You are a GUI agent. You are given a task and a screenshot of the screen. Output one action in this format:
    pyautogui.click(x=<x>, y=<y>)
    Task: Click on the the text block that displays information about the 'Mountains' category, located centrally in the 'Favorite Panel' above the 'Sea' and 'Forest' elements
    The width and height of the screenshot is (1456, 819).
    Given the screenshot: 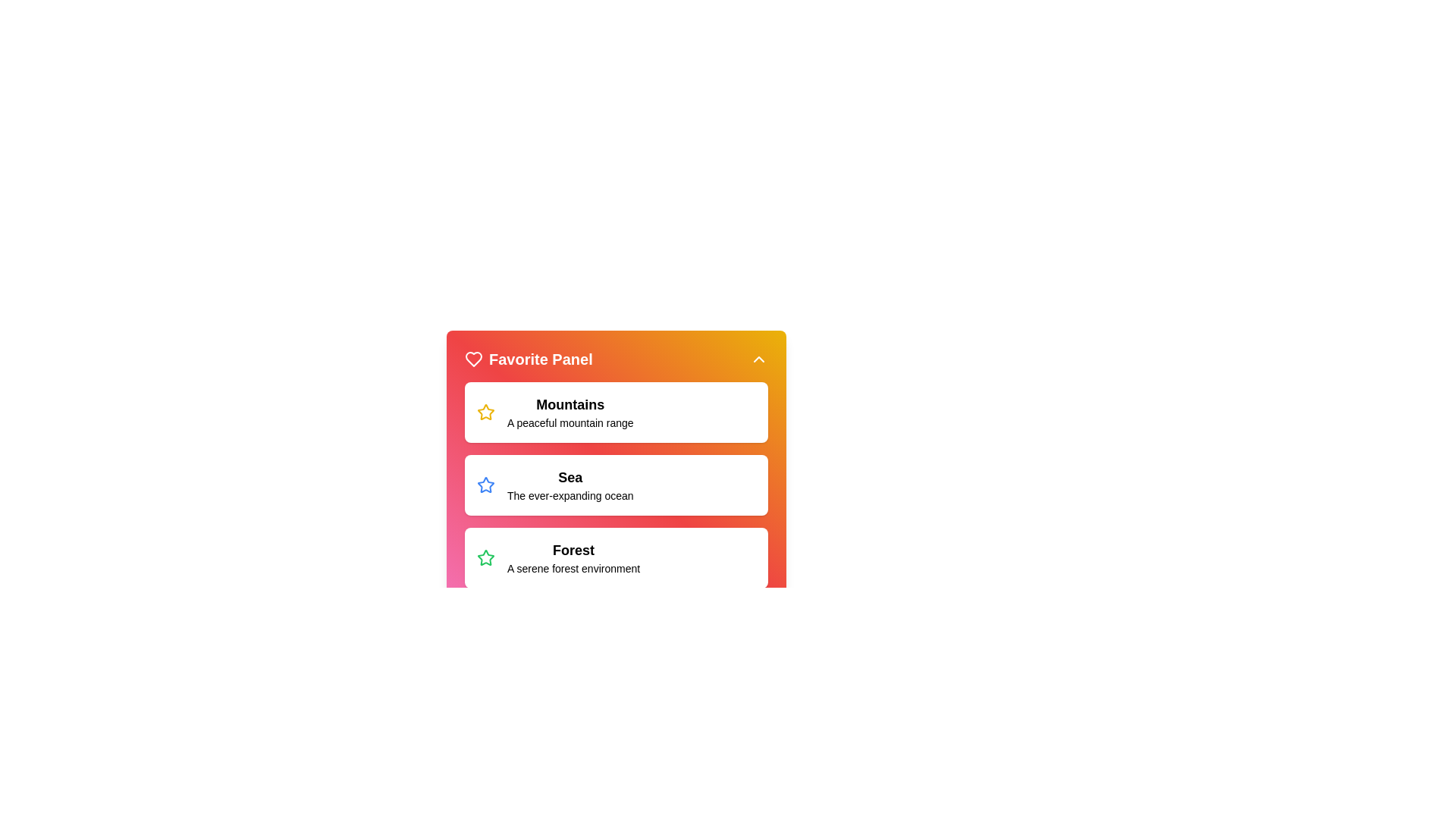 What is the action you would take?
    pyautogui.click(x=570, y=412)
    